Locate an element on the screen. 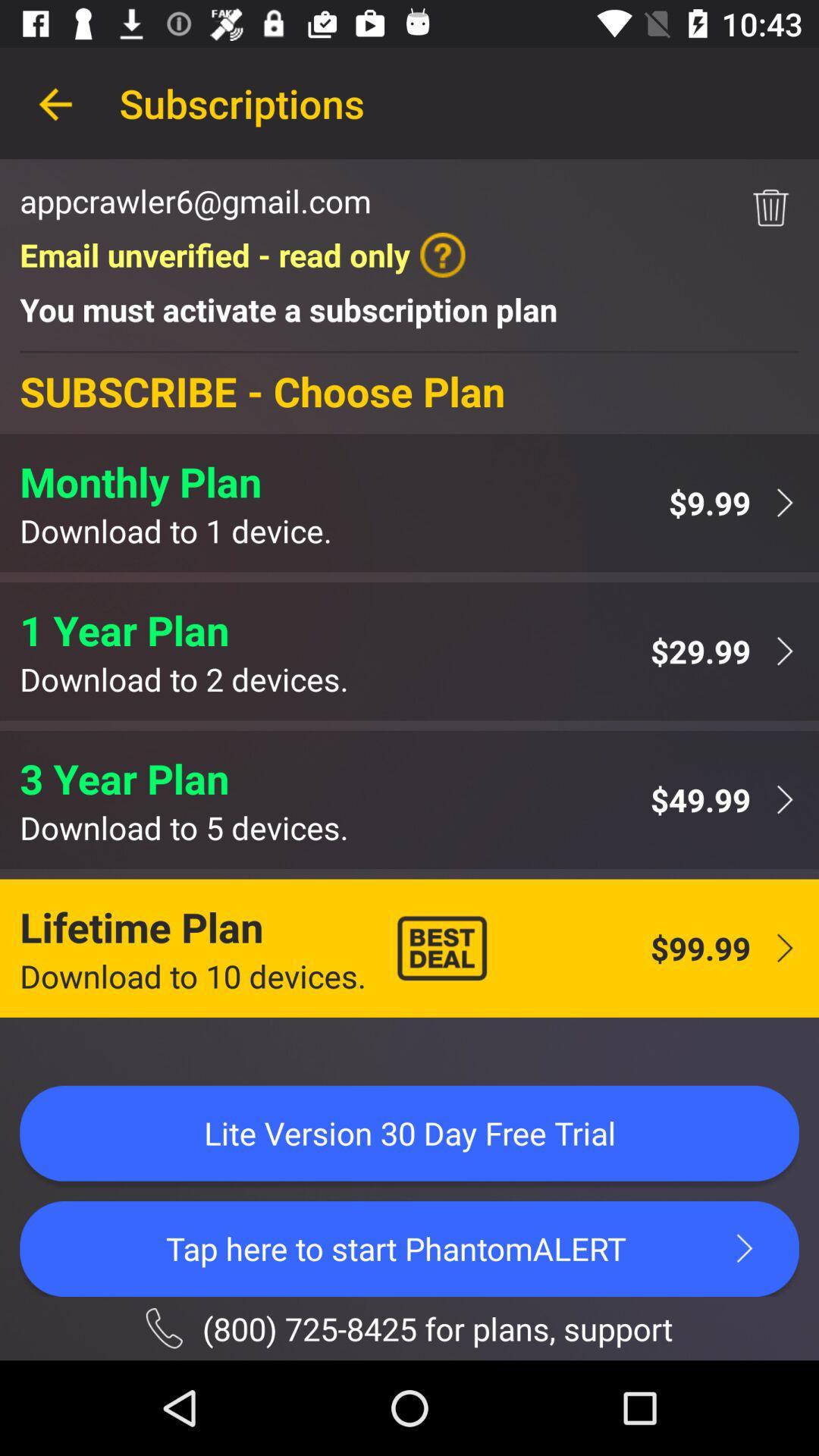  the lite version 30 is located at coordinates (409, 1133).